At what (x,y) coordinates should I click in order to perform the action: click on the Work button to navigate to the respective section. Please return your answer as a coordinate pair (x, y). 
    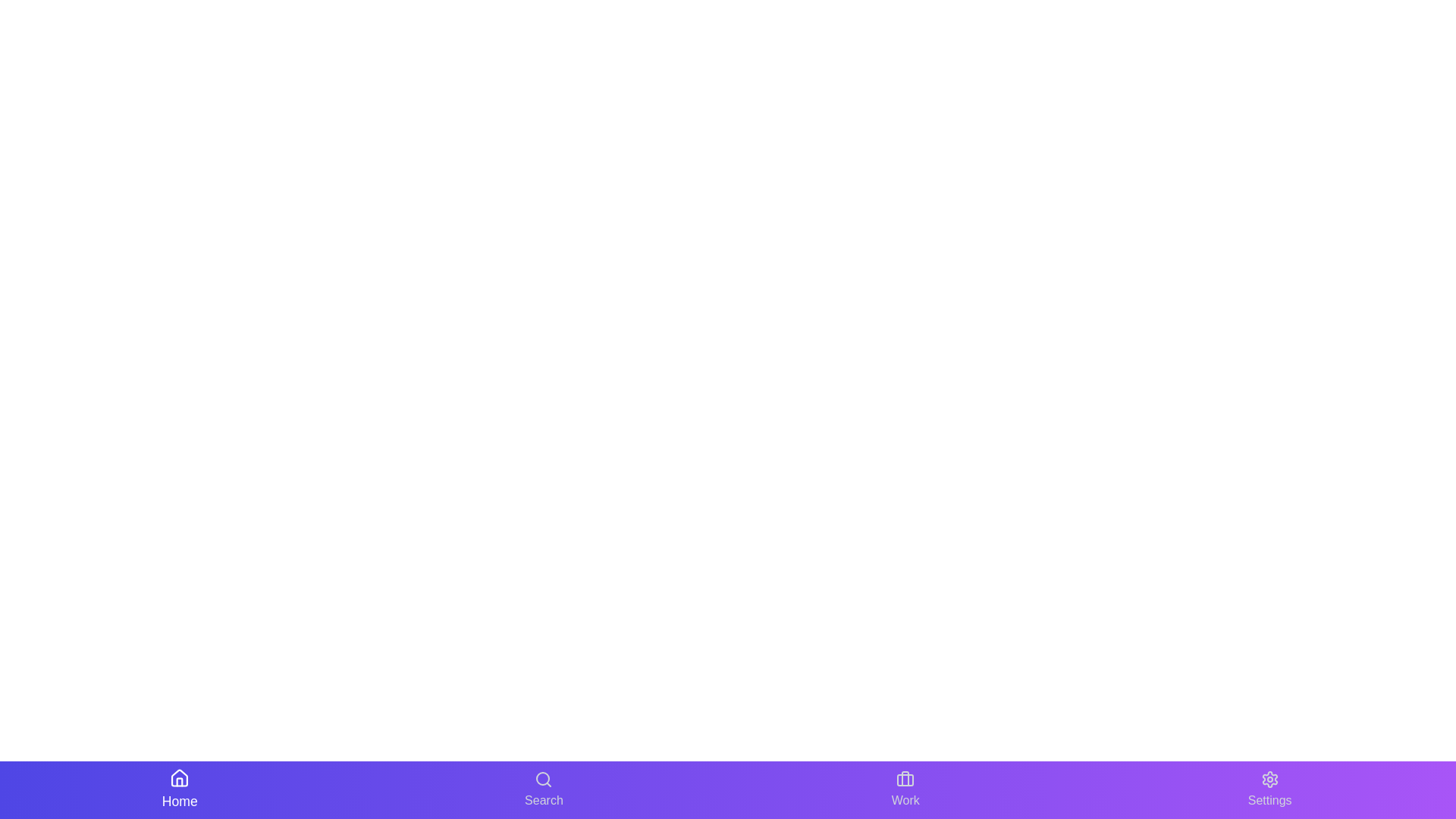
    Looking at the image, I should click on (905, 789).